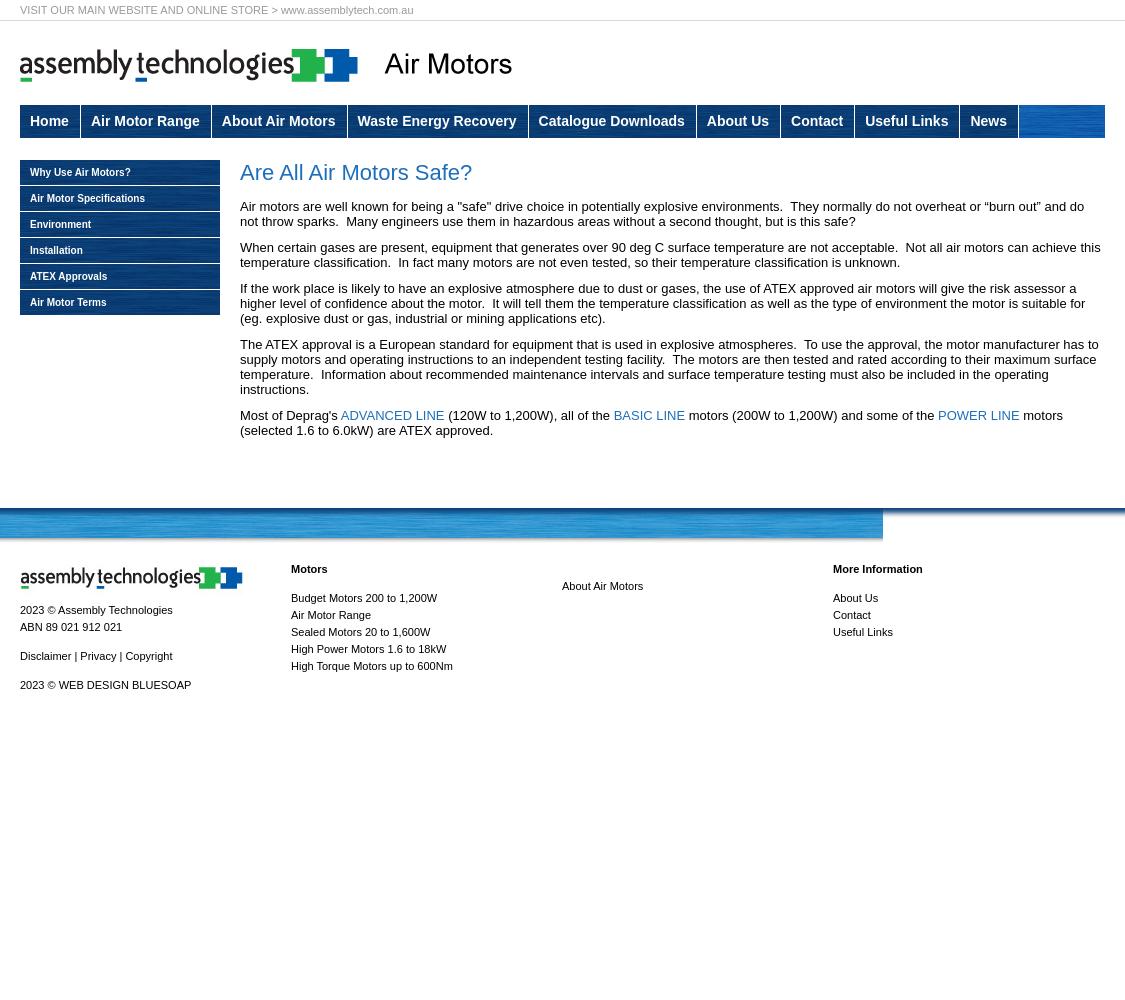  I want to click on 'Home', so click(48, 120).